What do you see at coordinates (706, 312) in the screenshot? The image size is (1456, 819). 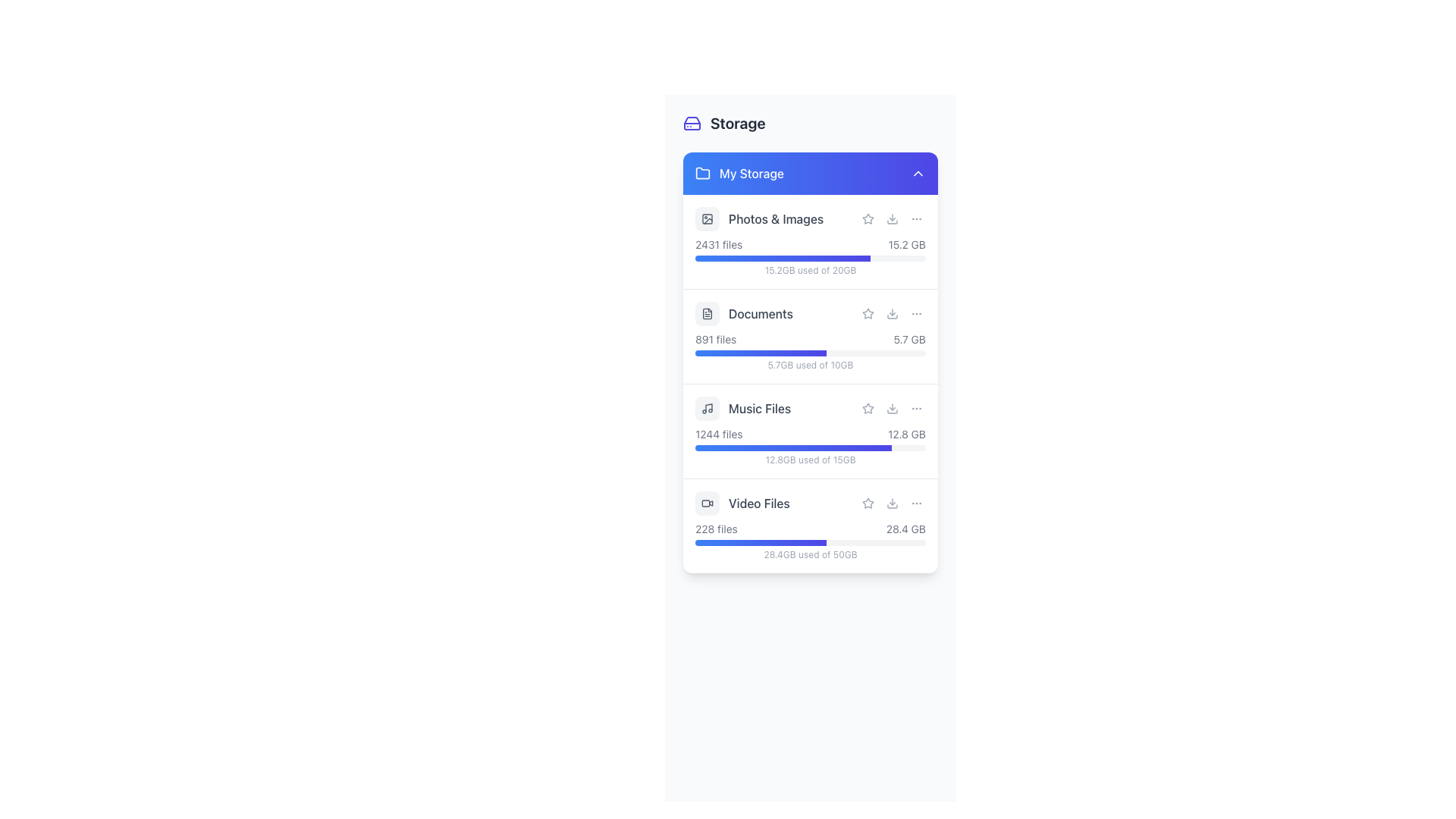 I see `the small, square icon with a light gray background and rounded corners that contains a document outline symbol, located to the left of the text 'Documents' in the list under 'My Storage'` at bounding box center [706, 312].